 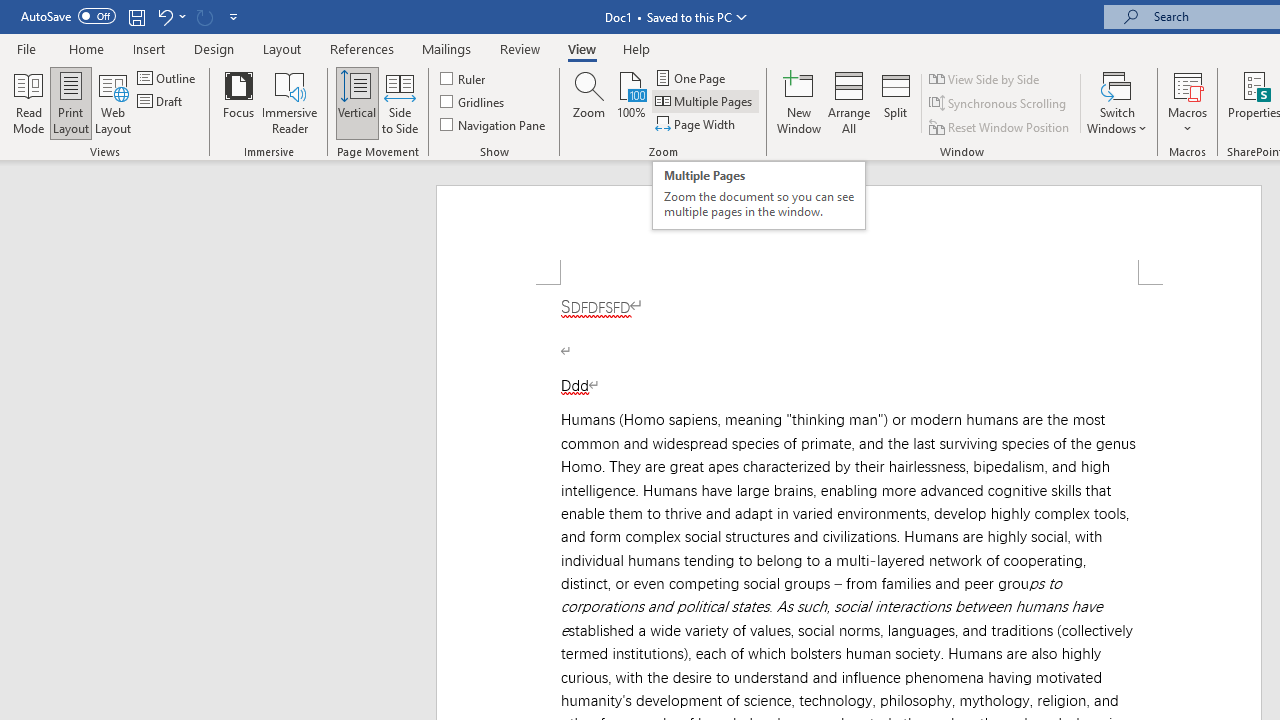 I want to click on 'Split', so click(x=895, y=103).